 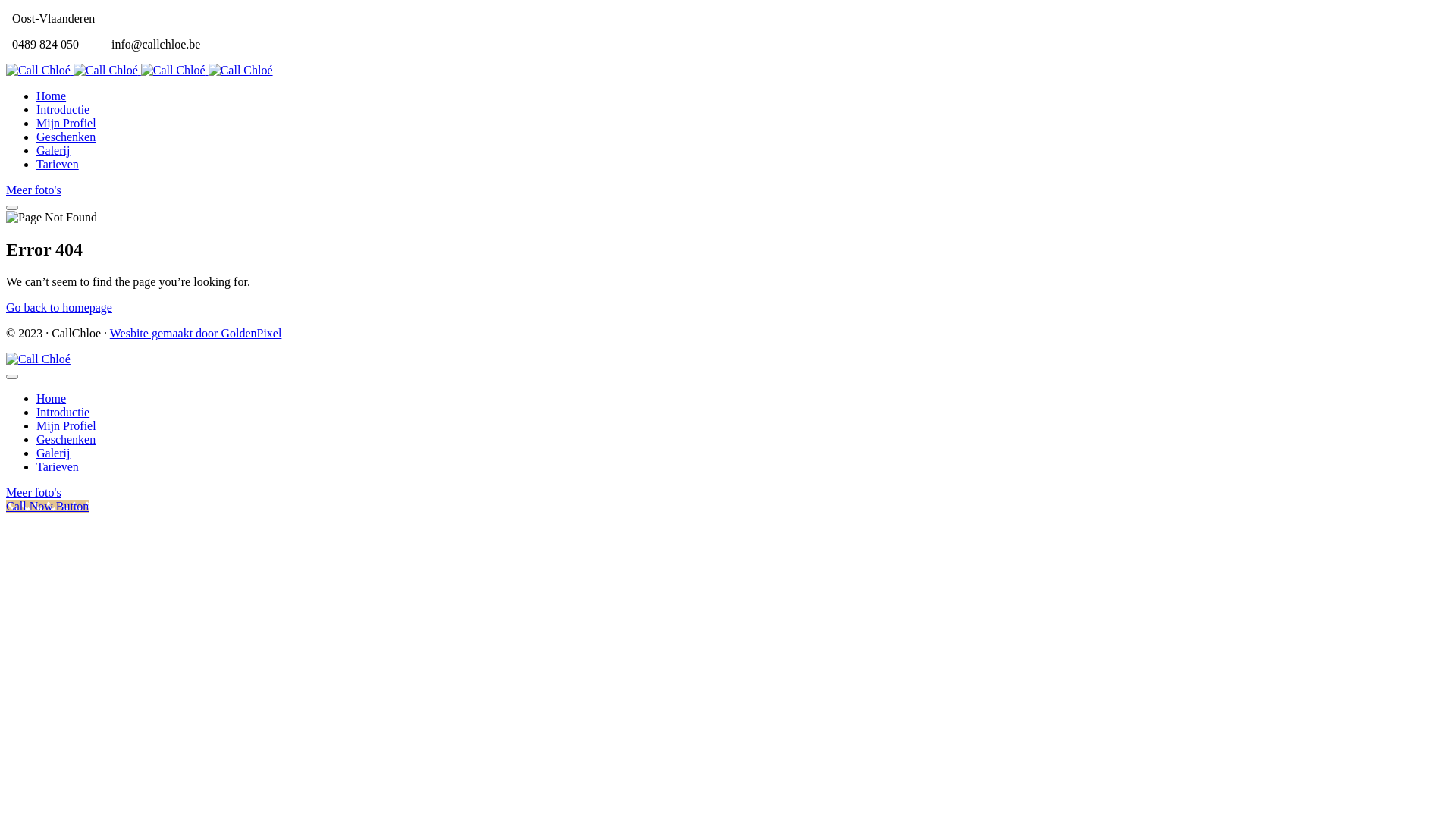 What do you see at coordinates (36, 425) in the screenshot?
I see `'Mijn Profiel'` at bounding box center [36, 425].